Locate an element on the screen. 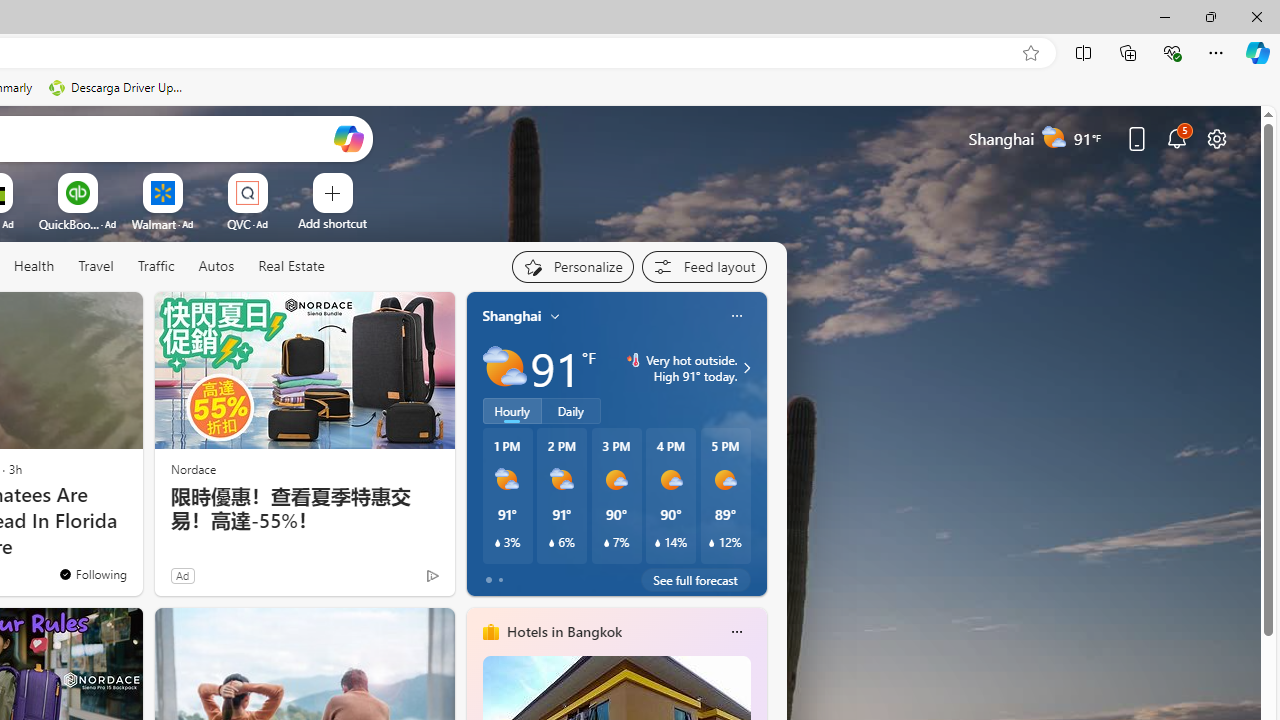 This screenshot has width=1280, height=720. 'Travel' is located at coordinates (95, 266).